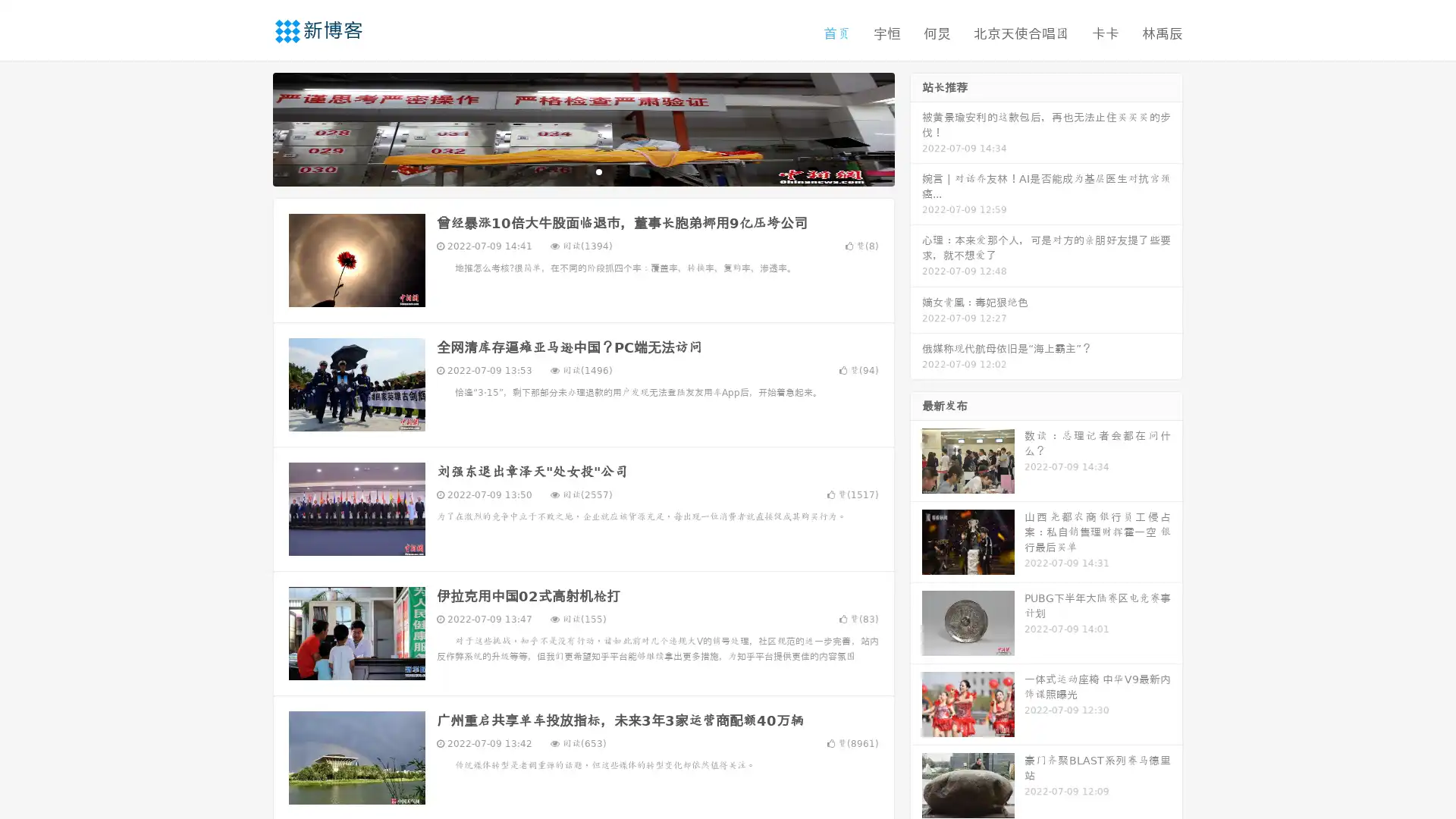  Describe the element at coordinates (916, 127) in the screenshot. I see `Next slide` at that location.